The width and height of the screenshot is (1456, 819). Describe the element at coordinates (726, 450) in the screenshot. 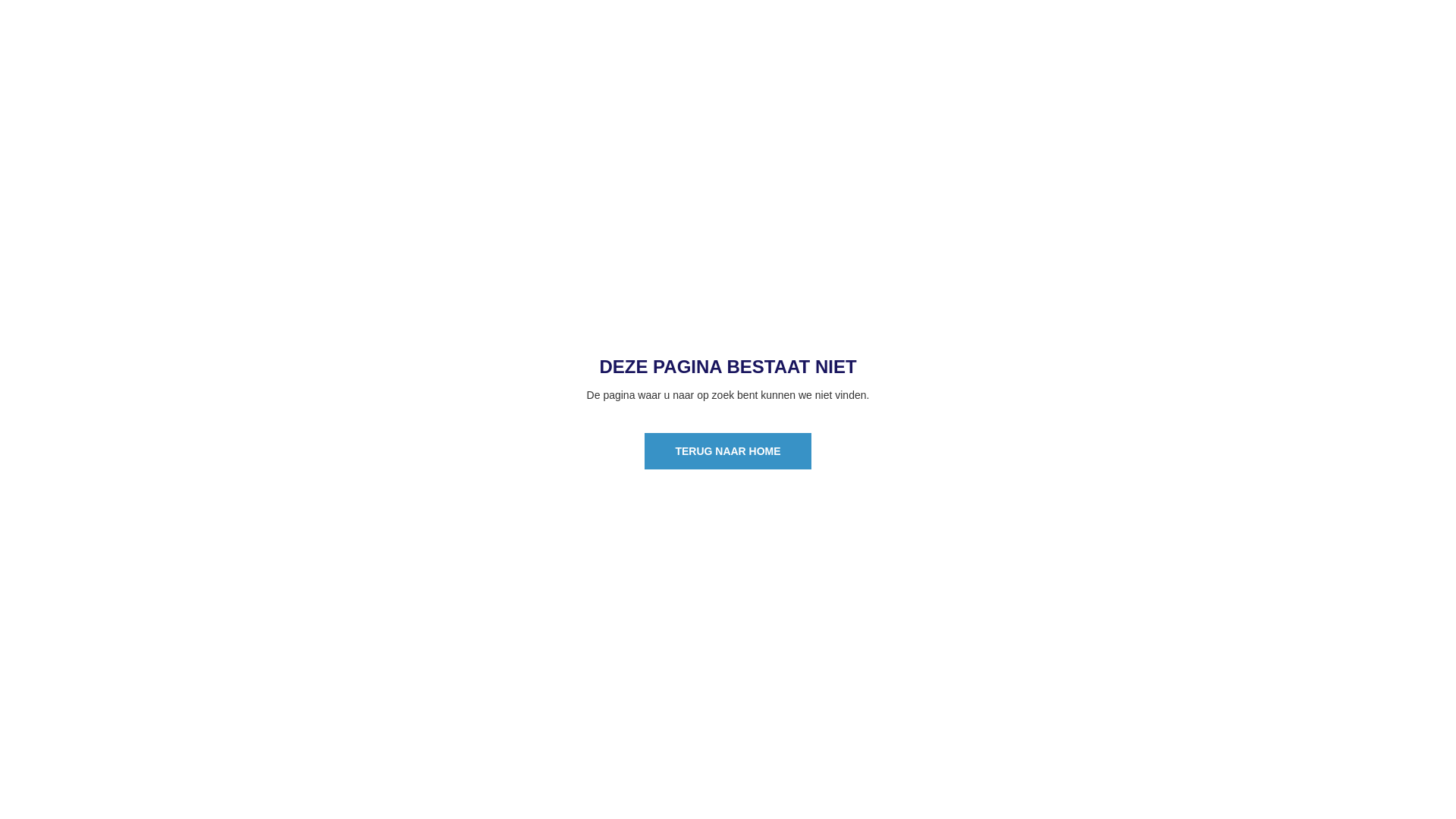

I see `'TERUG NAAR HOME'` at that location.